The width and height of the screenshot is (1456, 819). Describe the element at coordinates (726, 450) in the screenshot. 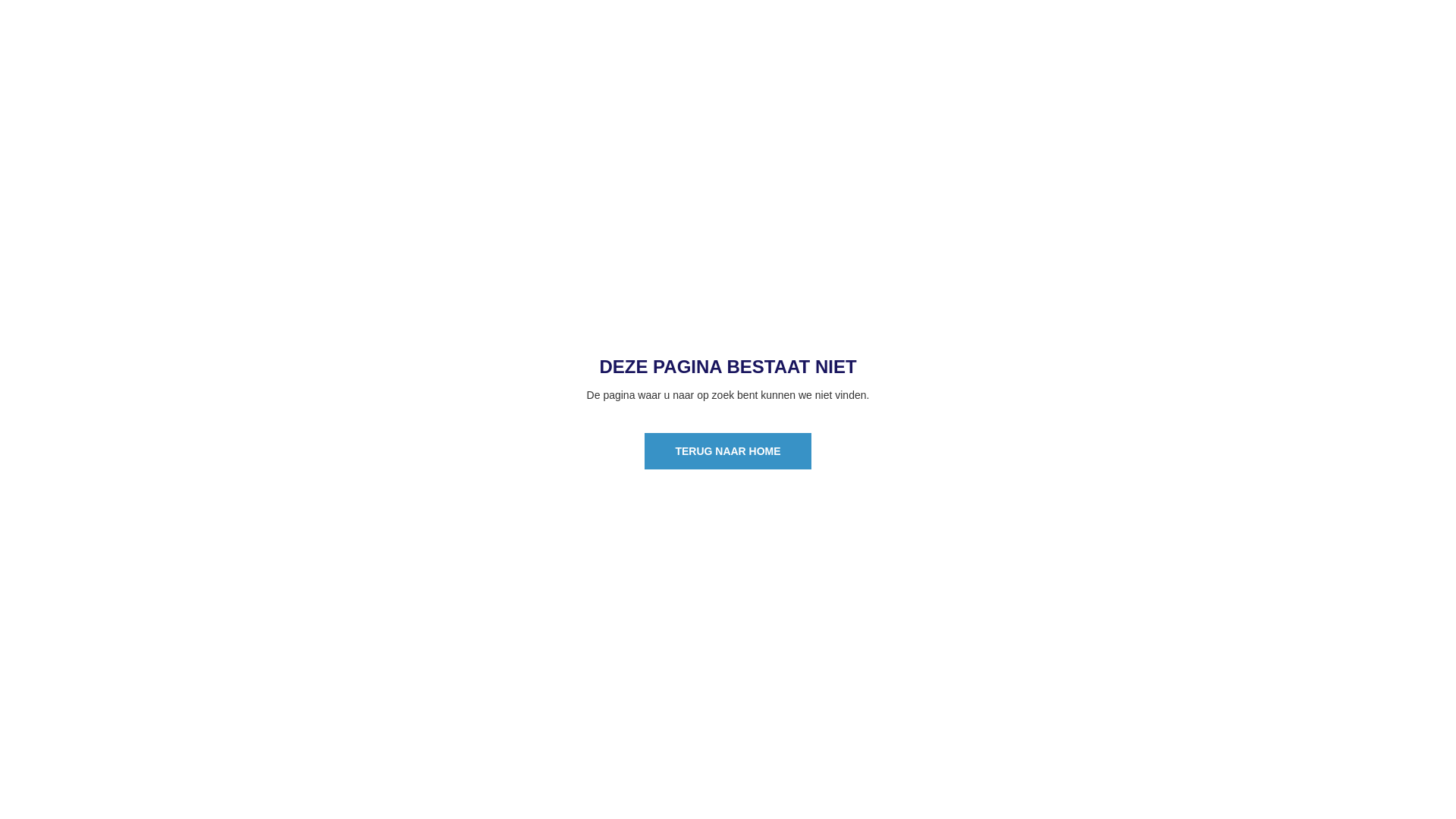

I see `'TERUG NAAR HOME'` at that location.